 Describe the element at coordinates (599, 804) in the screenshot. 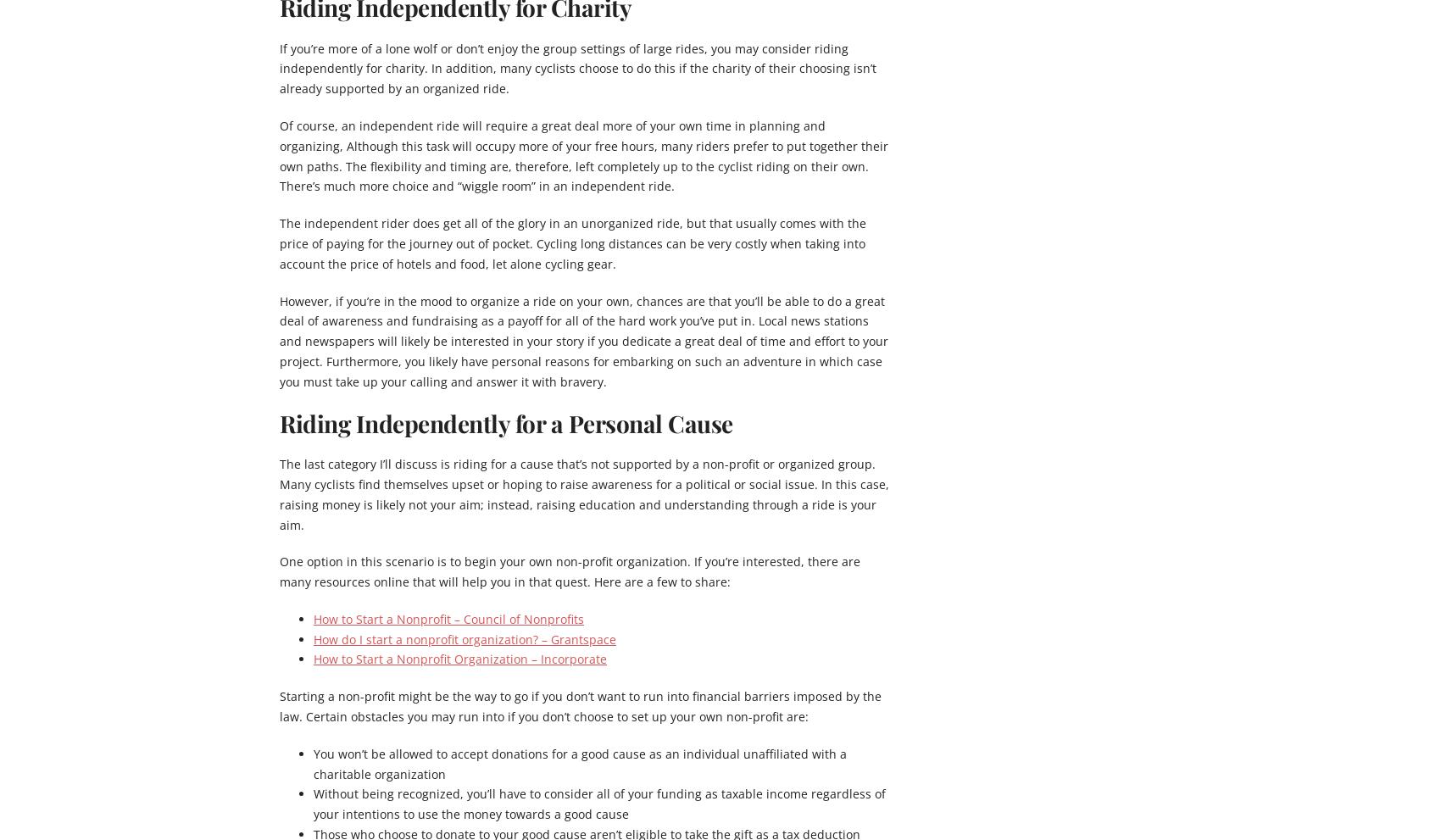

I see `'Without being recognized, you’ll have to consider all of your funding as taxable income regardless of your intentions to use the money towards a good cause'` at that location.